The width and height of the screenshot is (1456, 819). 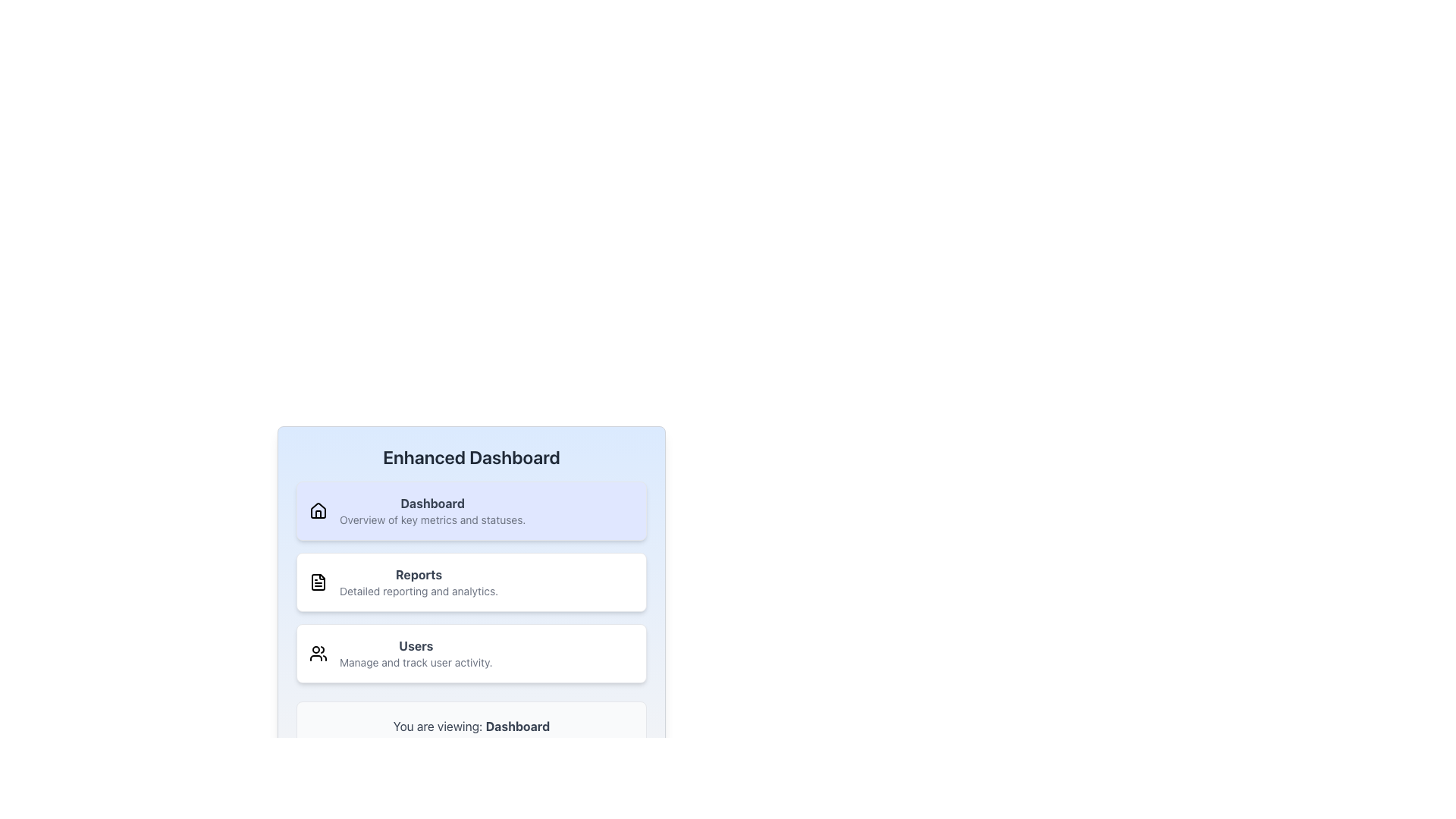 What do you see at coordinates (431, 511) in the screenshot?
I see `text content displayed in the Text Display Area titled 'Dashboard' with the description 'Overview of key metrics and statuses.'` at bounding box center [431, 511].